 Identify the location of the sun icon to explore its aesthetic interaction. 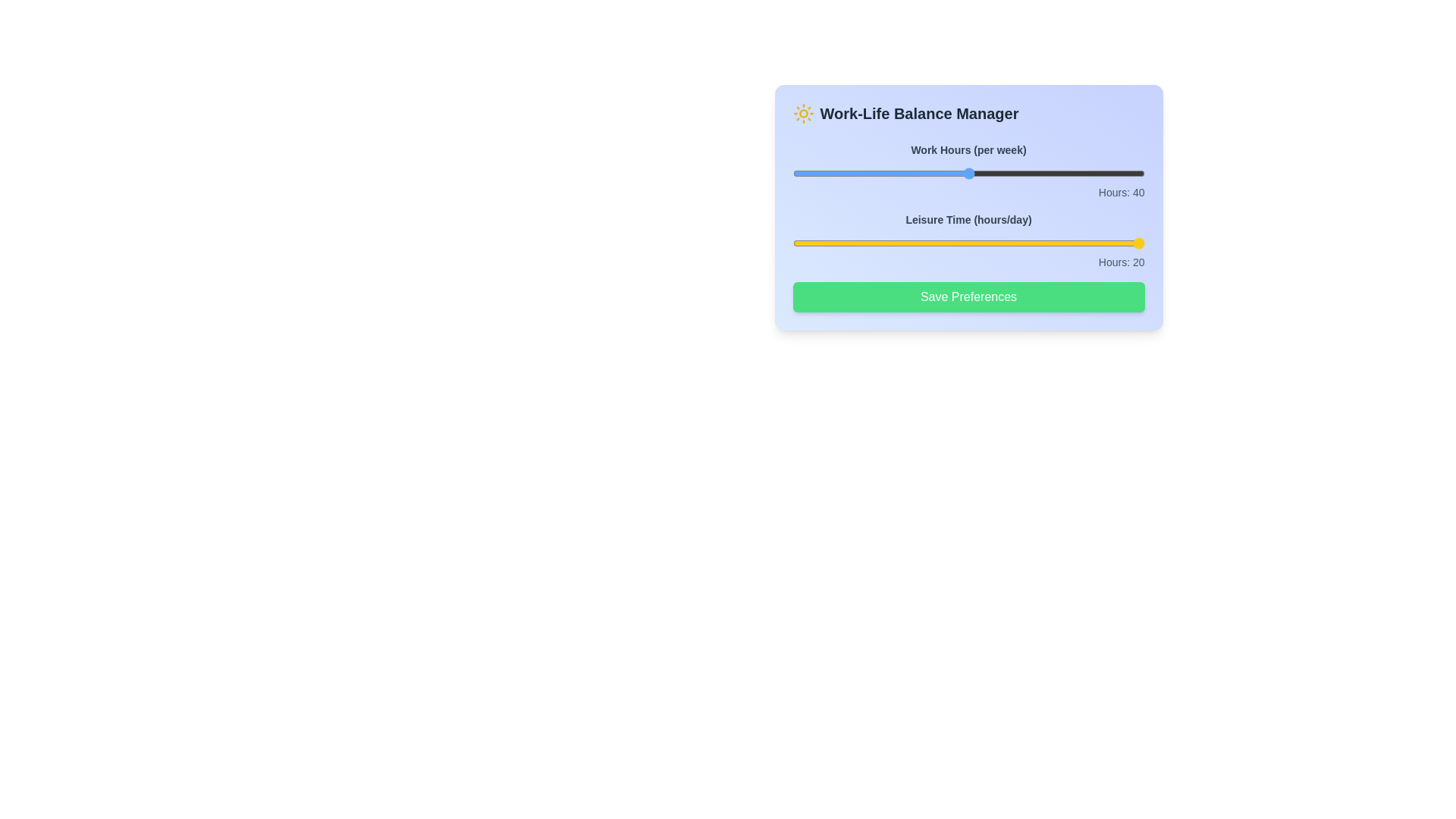
(802, 113).